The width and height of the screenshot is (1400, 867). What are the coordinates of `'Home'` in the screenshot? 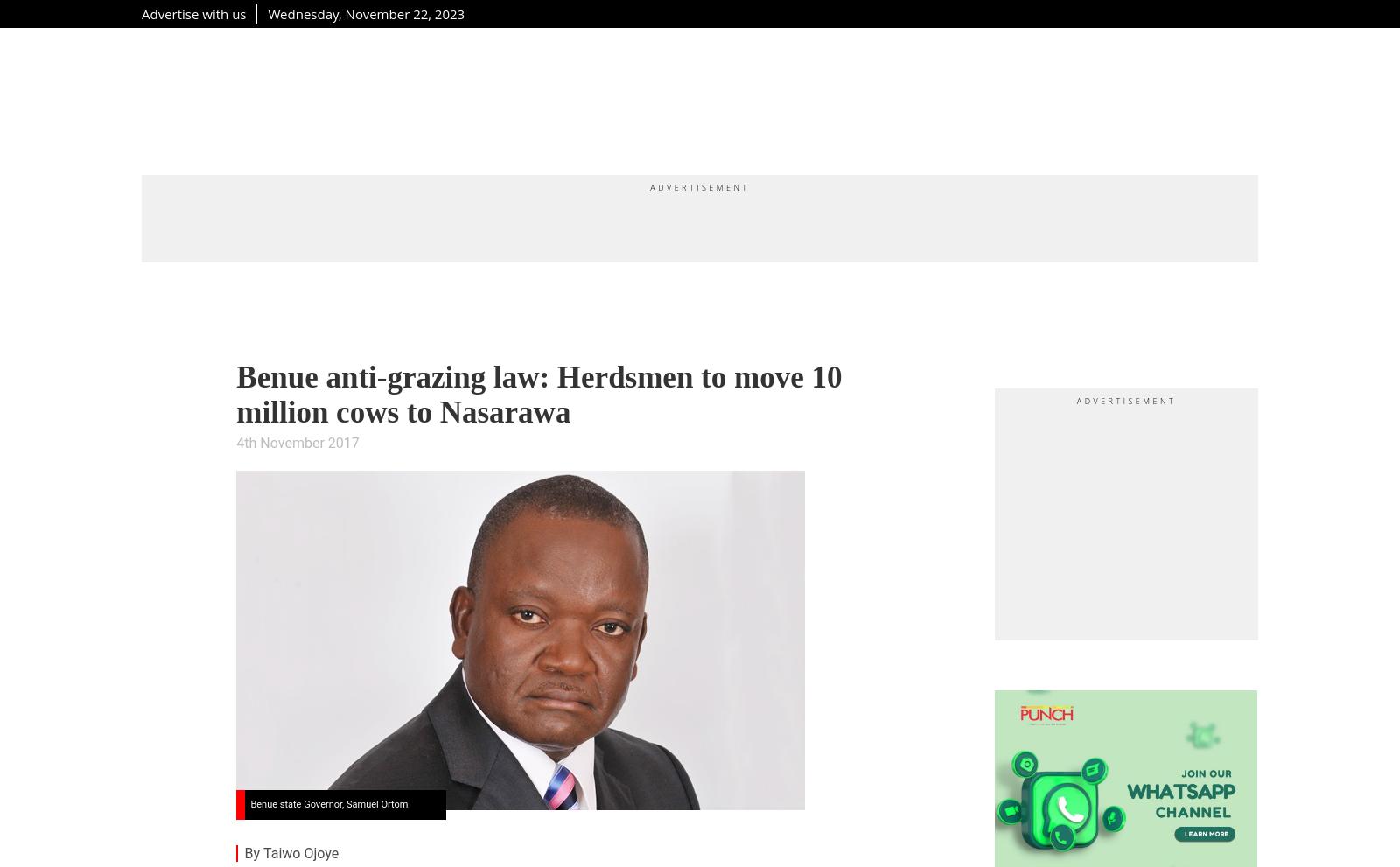 It's located at (141, 96).